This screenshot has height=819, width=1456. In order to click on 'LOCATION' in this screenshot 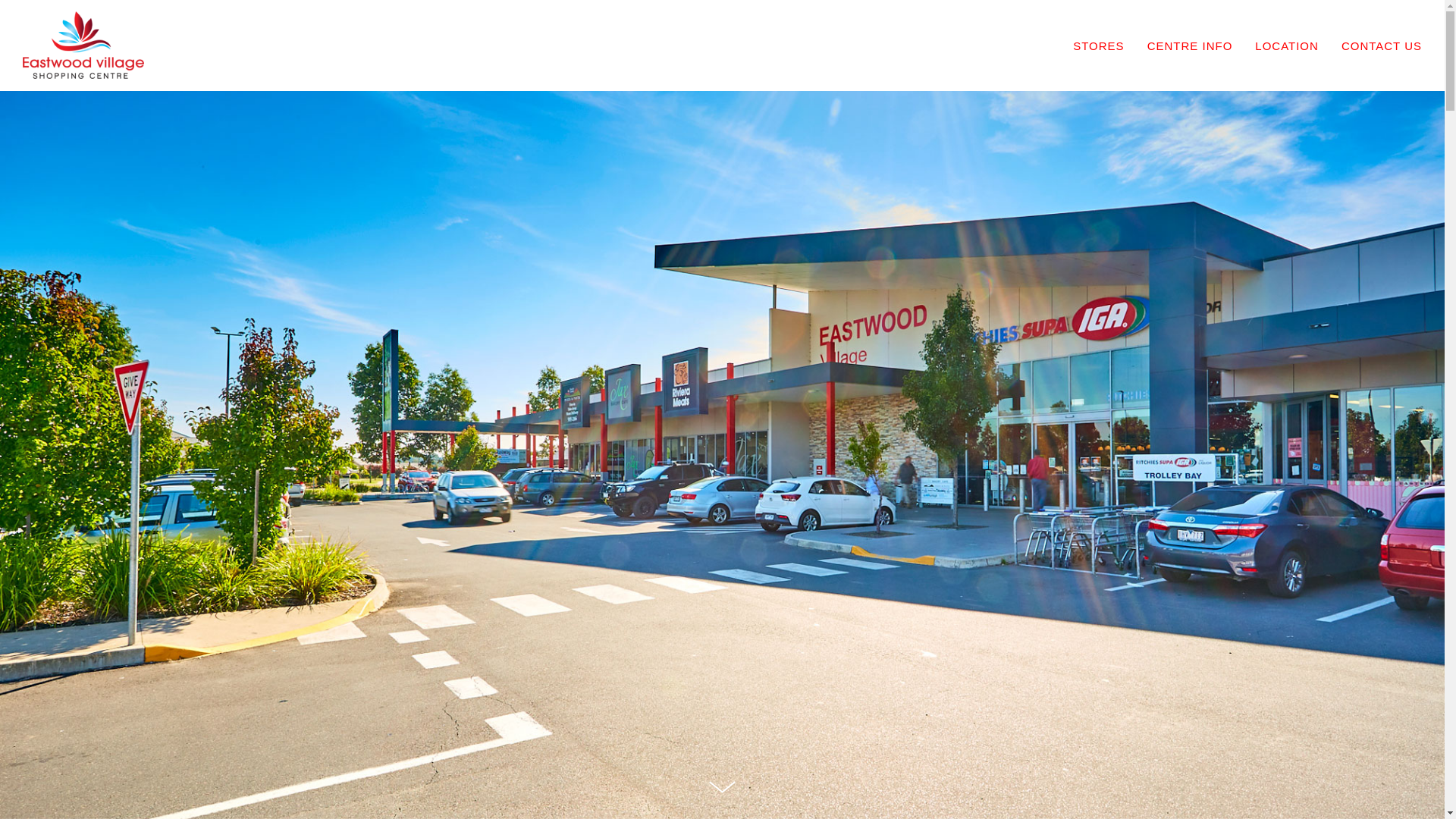, I will do `click(1298, 45)`.